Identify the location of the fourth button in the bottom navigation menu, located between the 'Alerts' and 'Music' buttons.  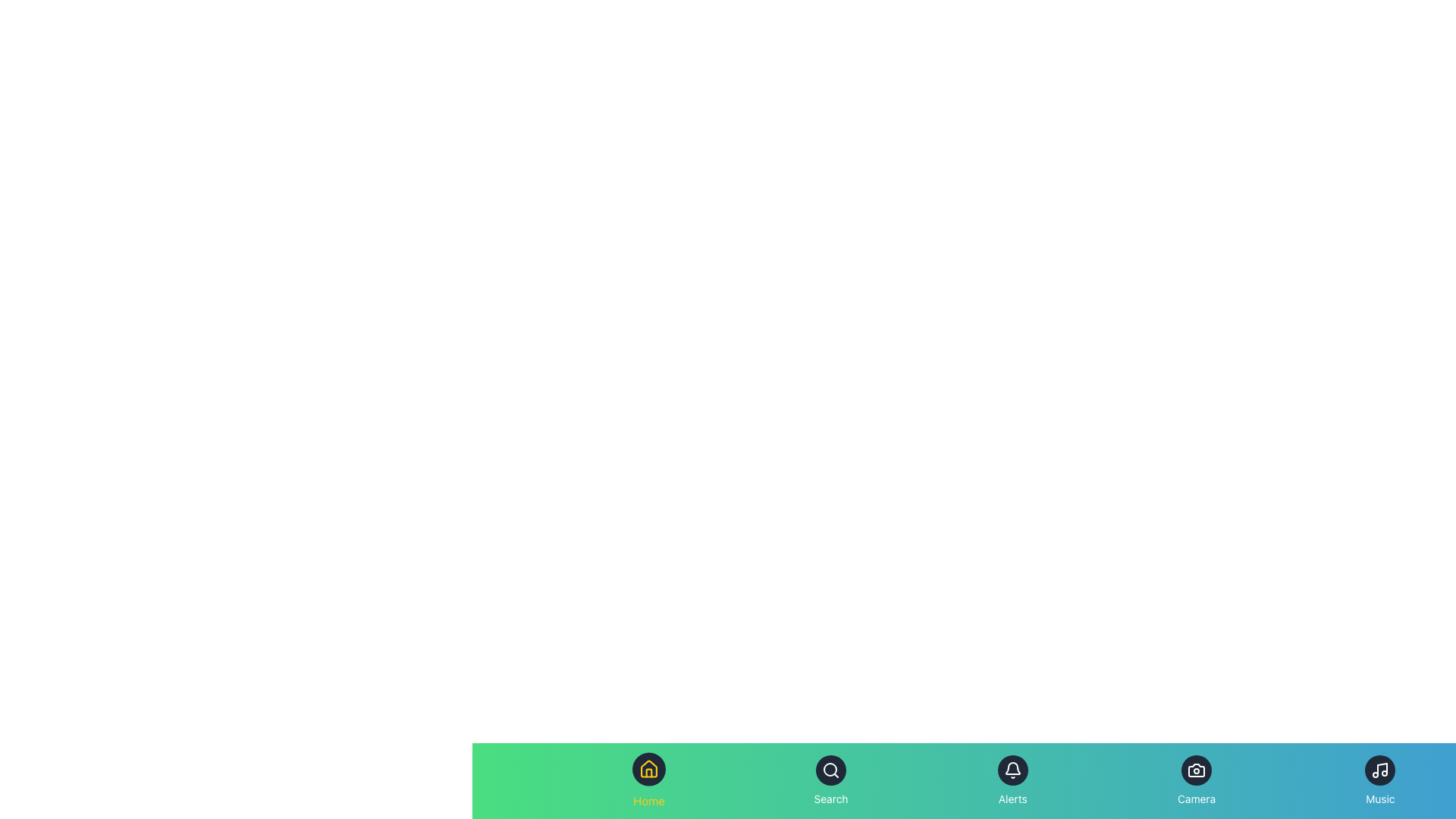
(1196, 780).